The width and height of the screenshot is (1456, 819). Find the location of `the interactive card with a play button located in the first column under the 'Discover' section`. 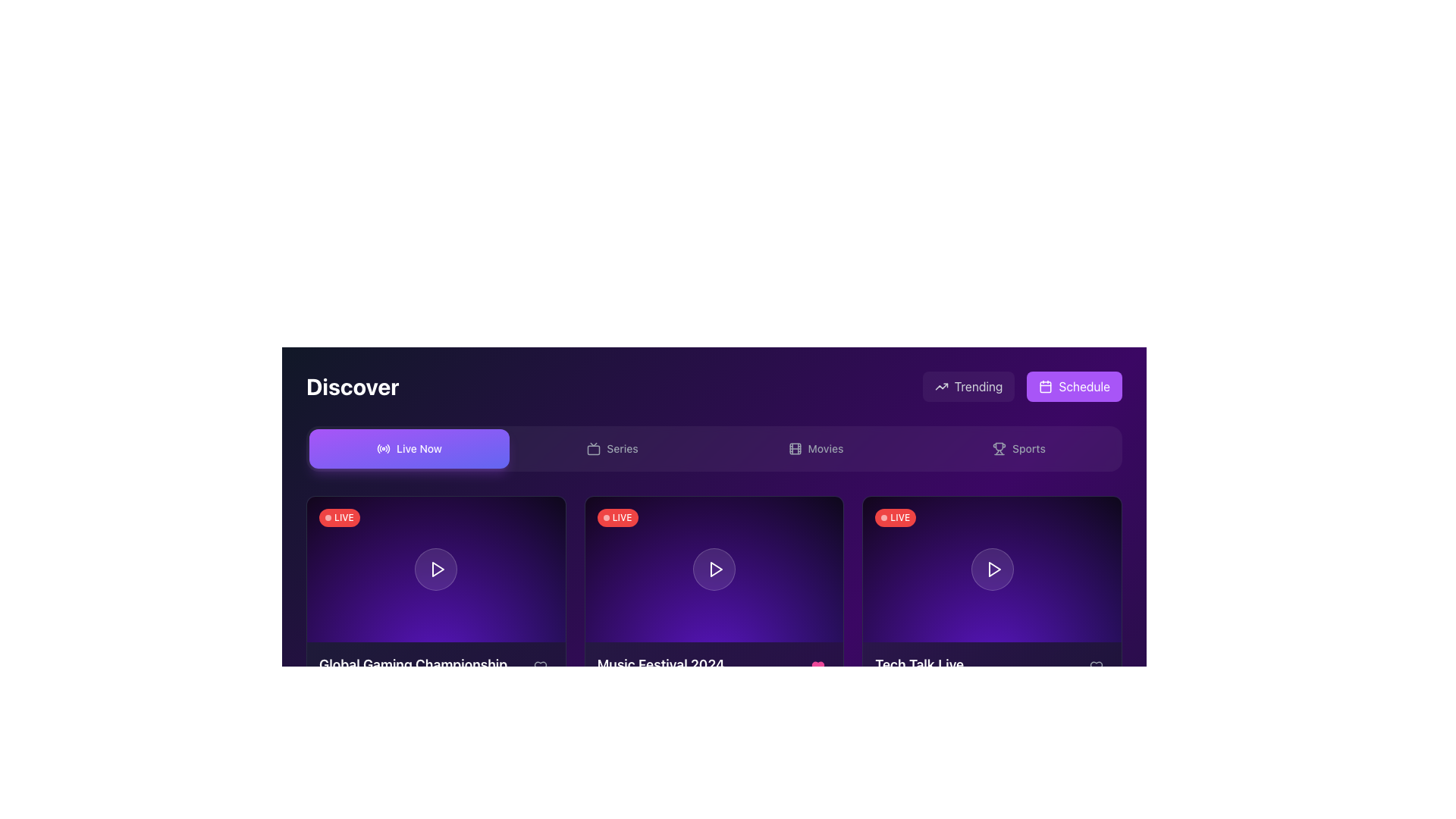

the interactive card with a play button located in the first column under the 'Discover' section is located at coordinates (435, 569).